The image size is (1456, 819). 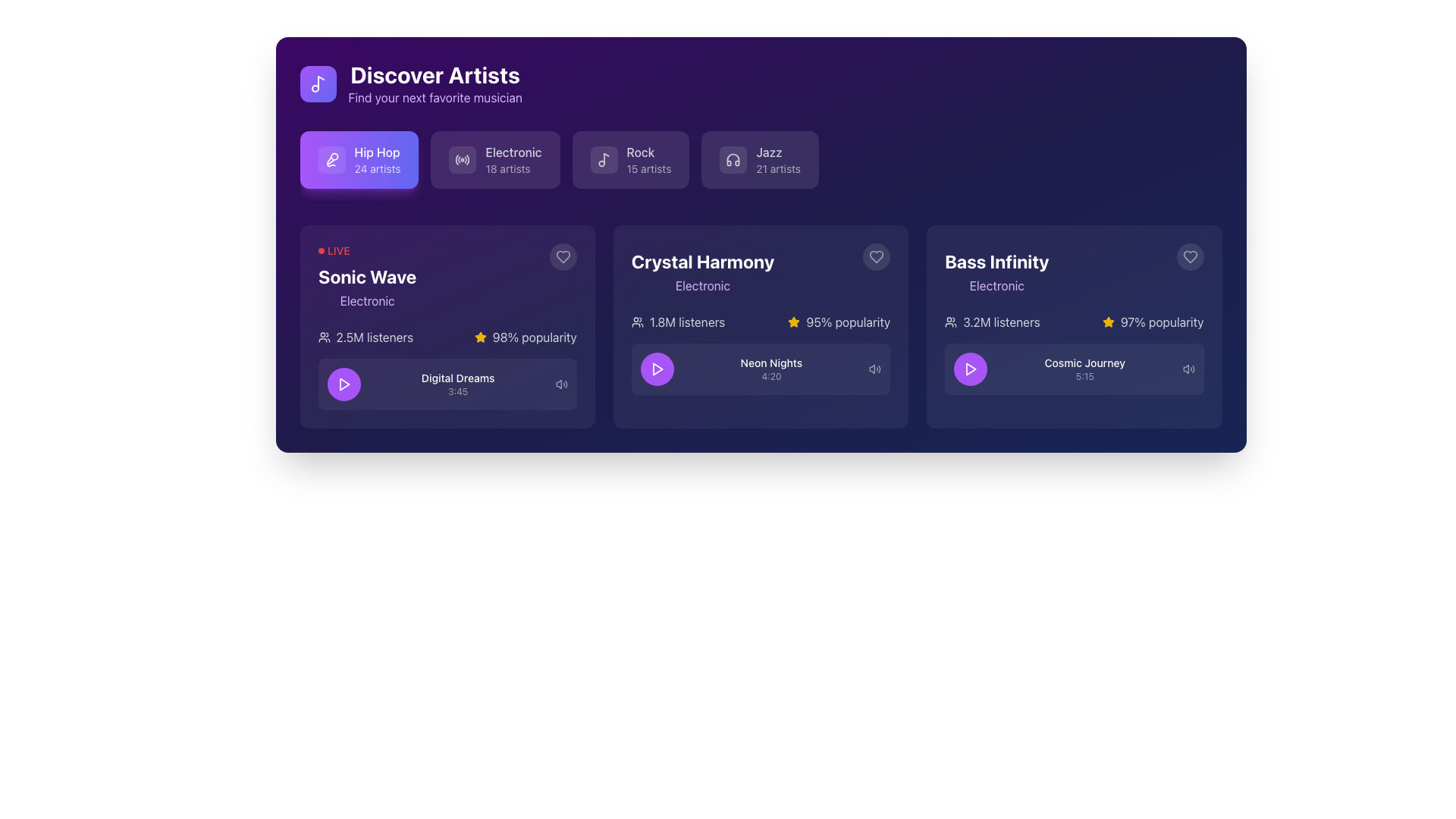 I want to click on the Text Label that serves as a title or heading indicating the purpose or theme of the section related to exploring artists or musicians, so click(x=435, y=75).